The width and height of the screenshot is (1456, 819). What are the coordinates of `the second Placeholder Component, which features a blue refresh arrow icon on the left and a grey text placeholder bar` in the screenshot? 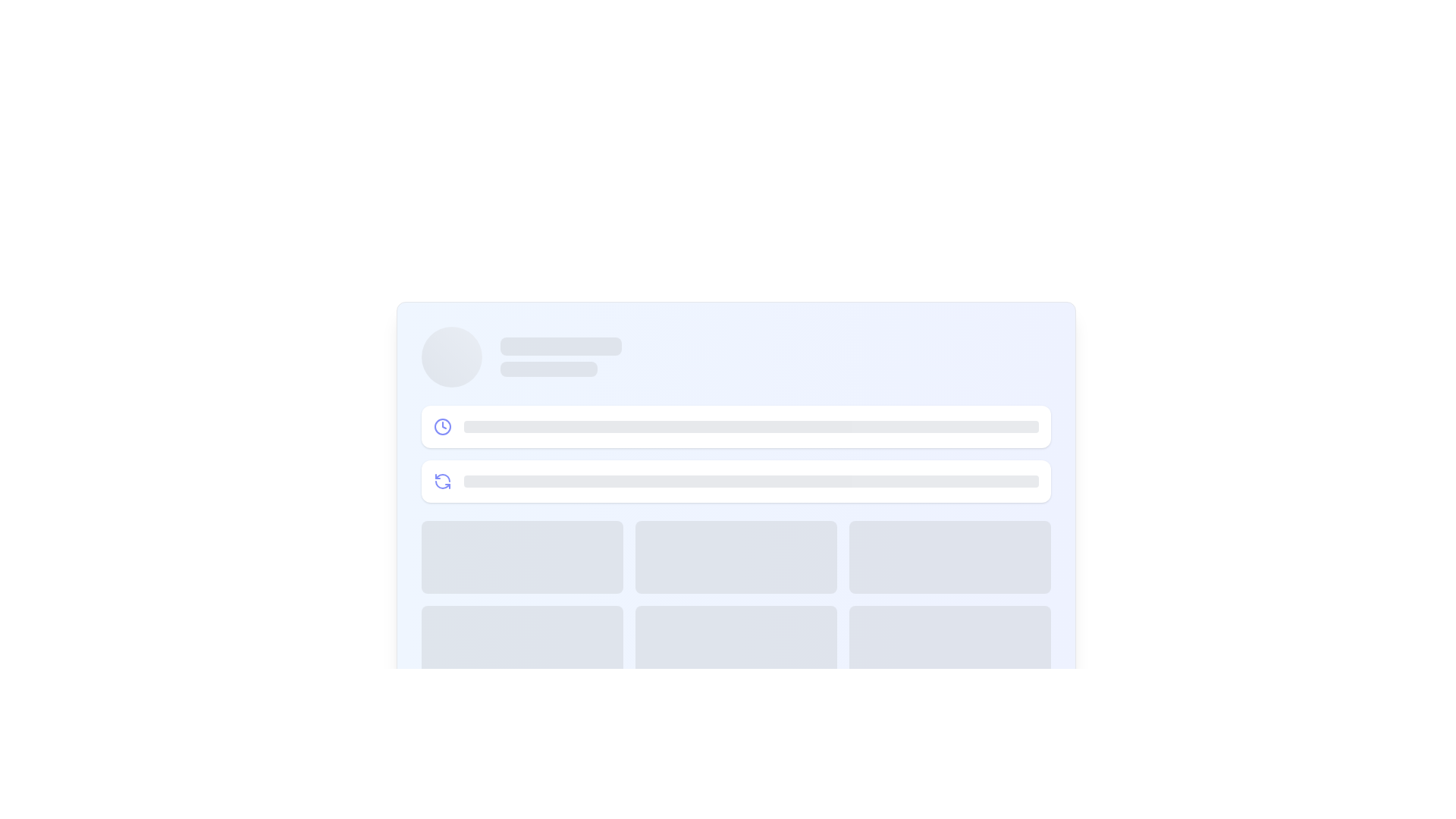 It's located at (736, 482).